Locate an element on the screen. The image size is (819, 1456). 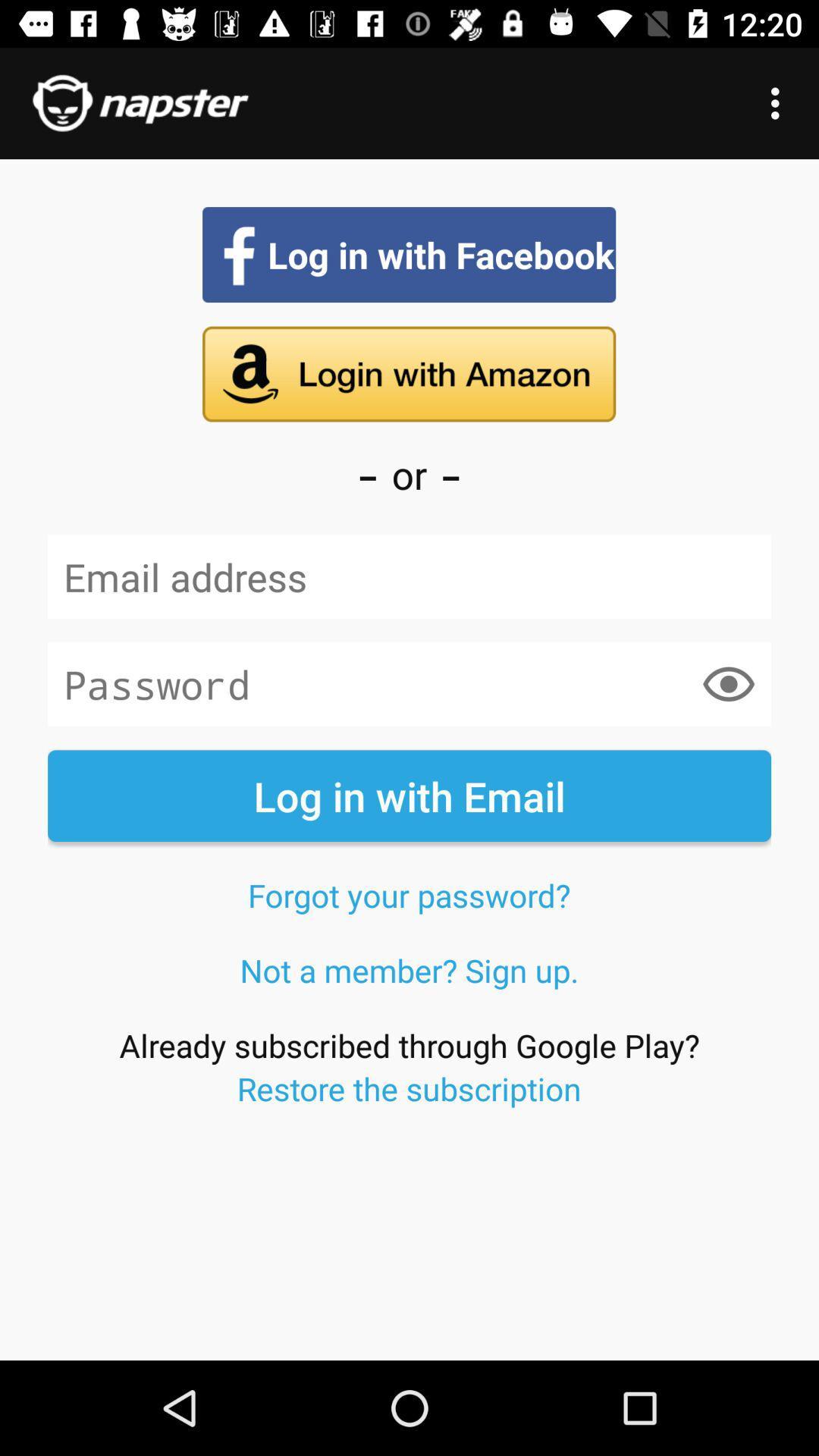
the item on the right is located at coordinates (728, 683).